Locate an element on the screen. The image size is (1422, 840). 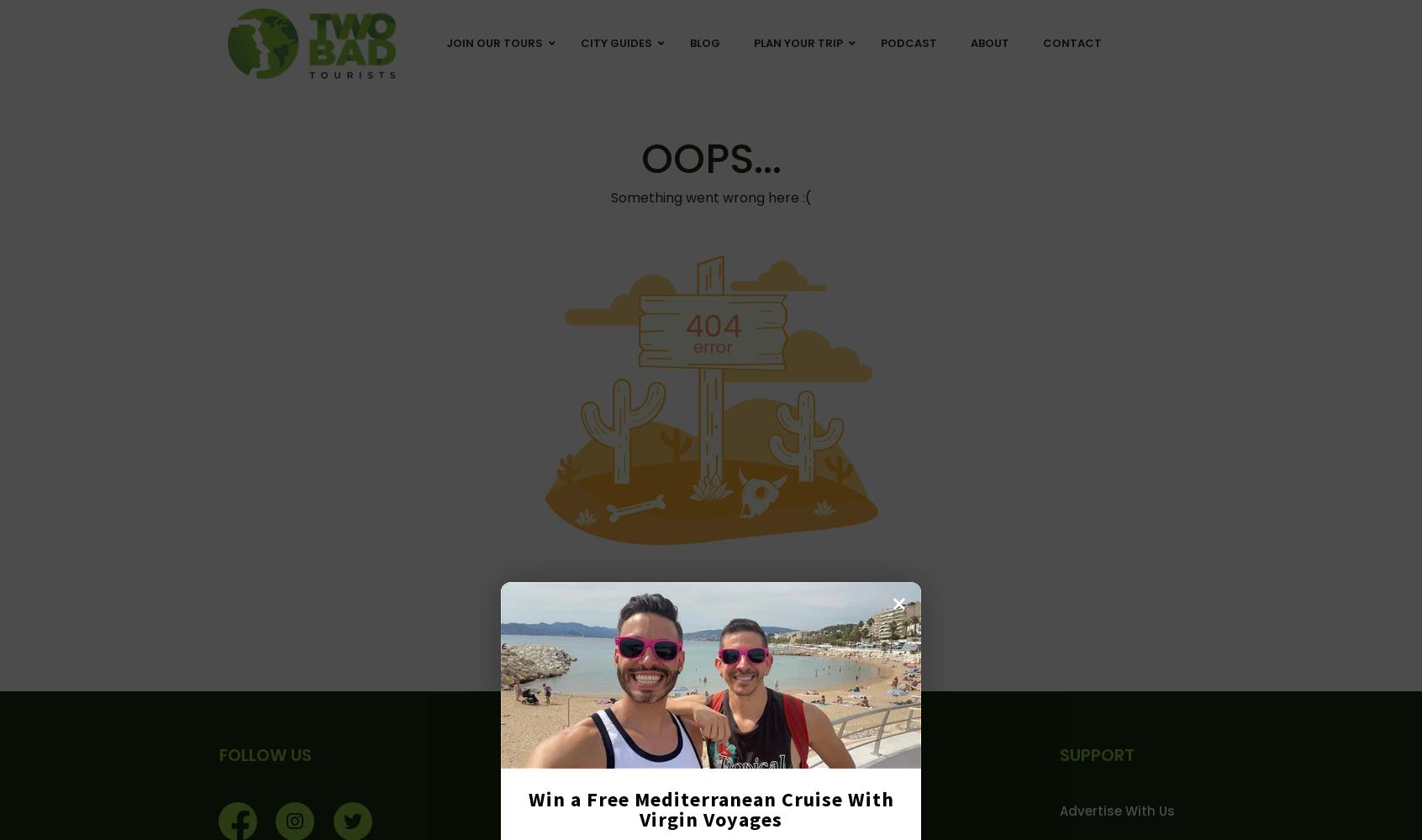
'Gay Tours' is located at coordinates (753, 252).